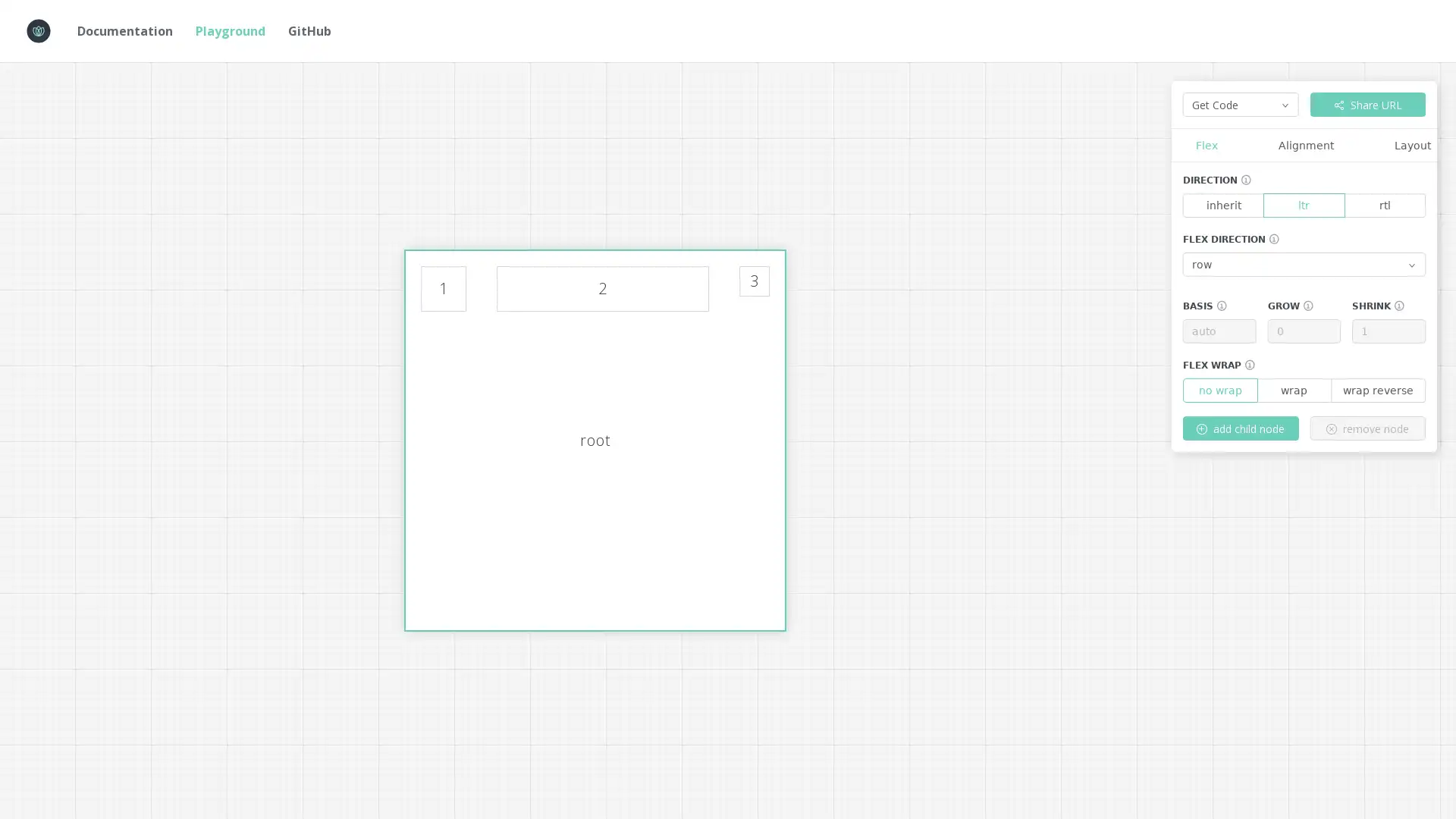 The width and height of the screenshot is (1456, 819). I want to click on Get Code, so click(1241, 104).